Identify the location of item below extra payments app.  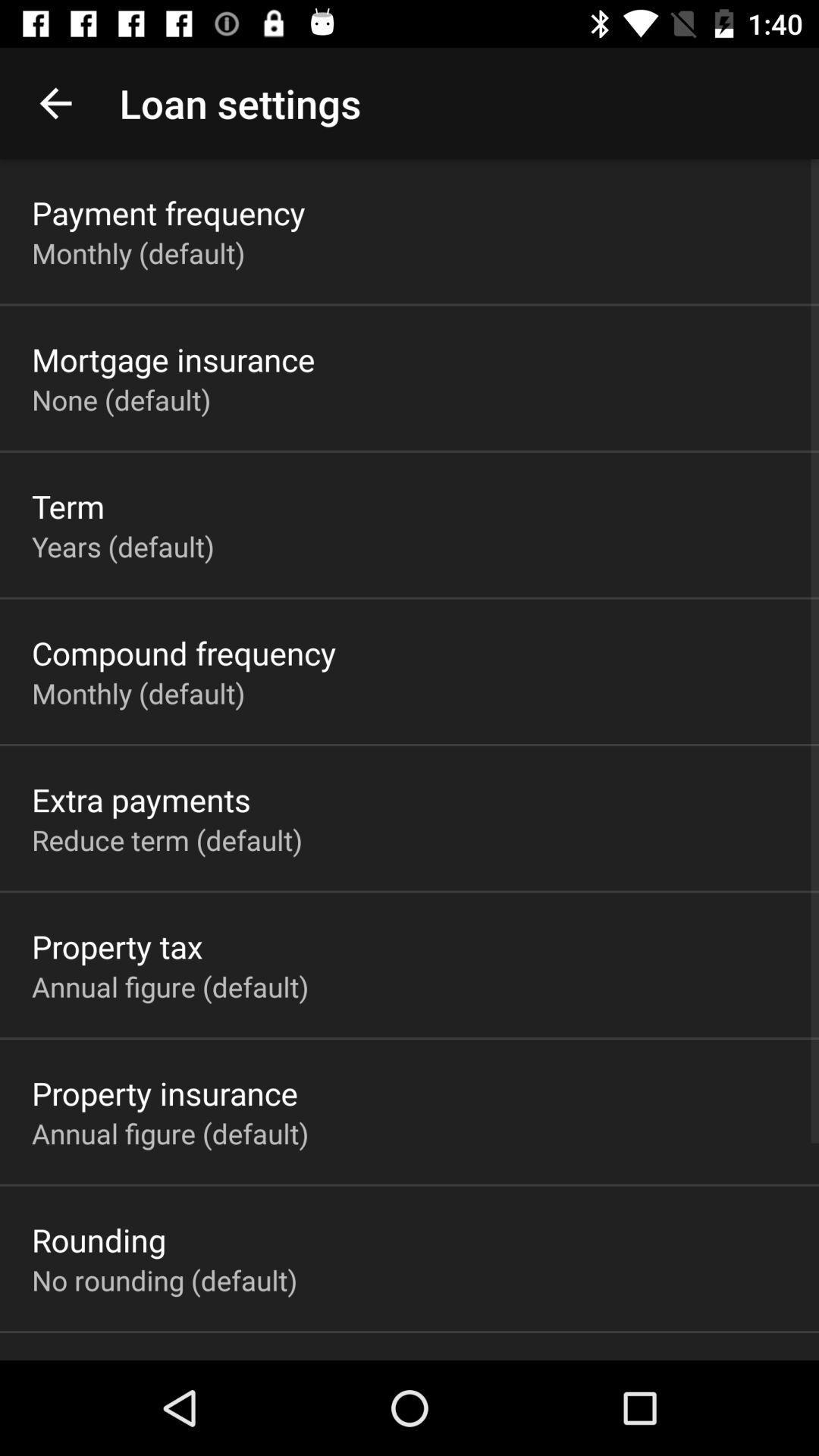
(167, 839).